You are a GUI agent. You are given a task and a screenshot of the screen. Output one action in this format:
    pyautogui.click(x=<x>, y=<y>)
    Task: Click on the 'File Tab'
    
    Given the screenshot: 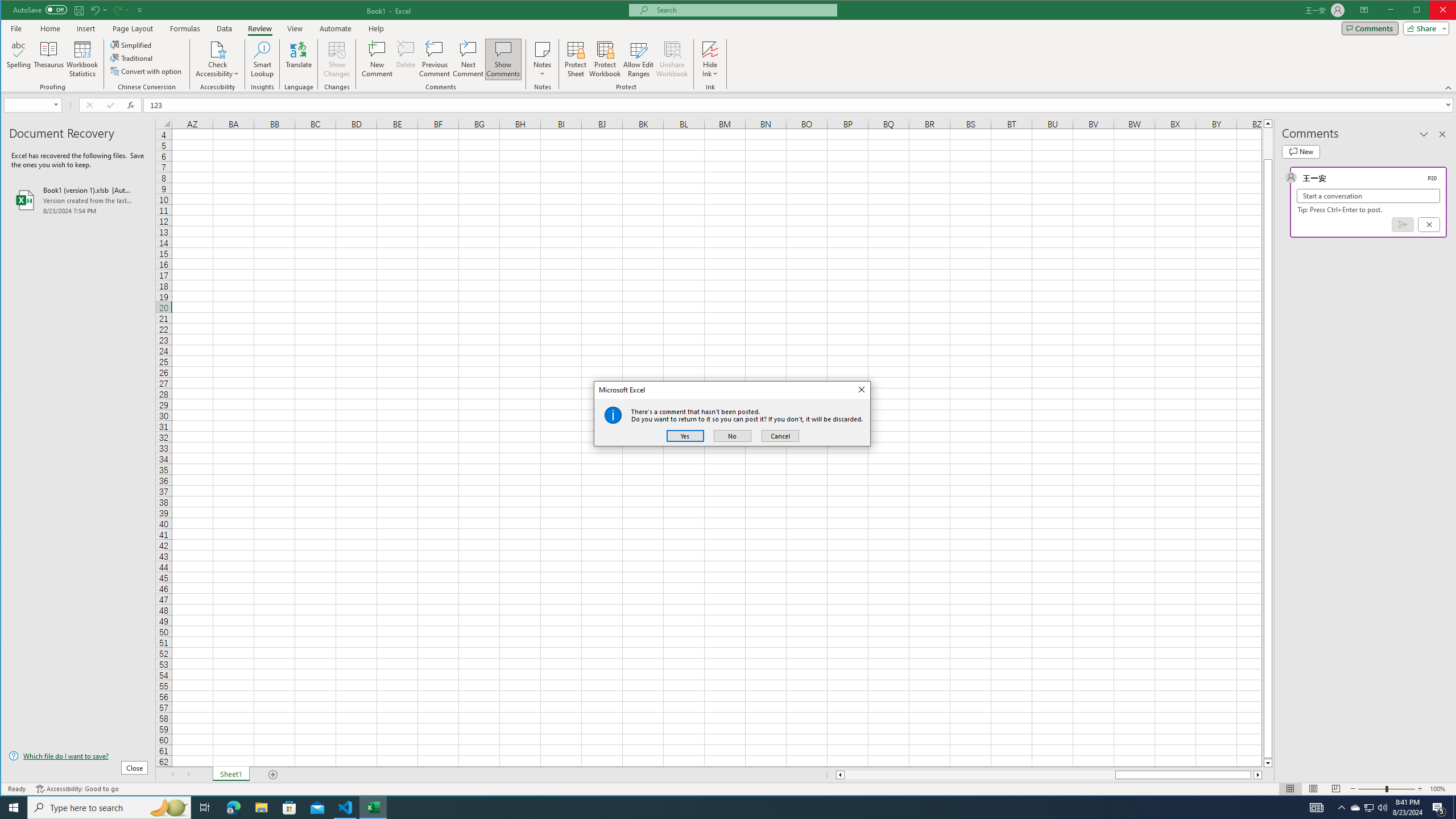 What is the action you would take?
    pyautogui.click(x=16, y=28)
    